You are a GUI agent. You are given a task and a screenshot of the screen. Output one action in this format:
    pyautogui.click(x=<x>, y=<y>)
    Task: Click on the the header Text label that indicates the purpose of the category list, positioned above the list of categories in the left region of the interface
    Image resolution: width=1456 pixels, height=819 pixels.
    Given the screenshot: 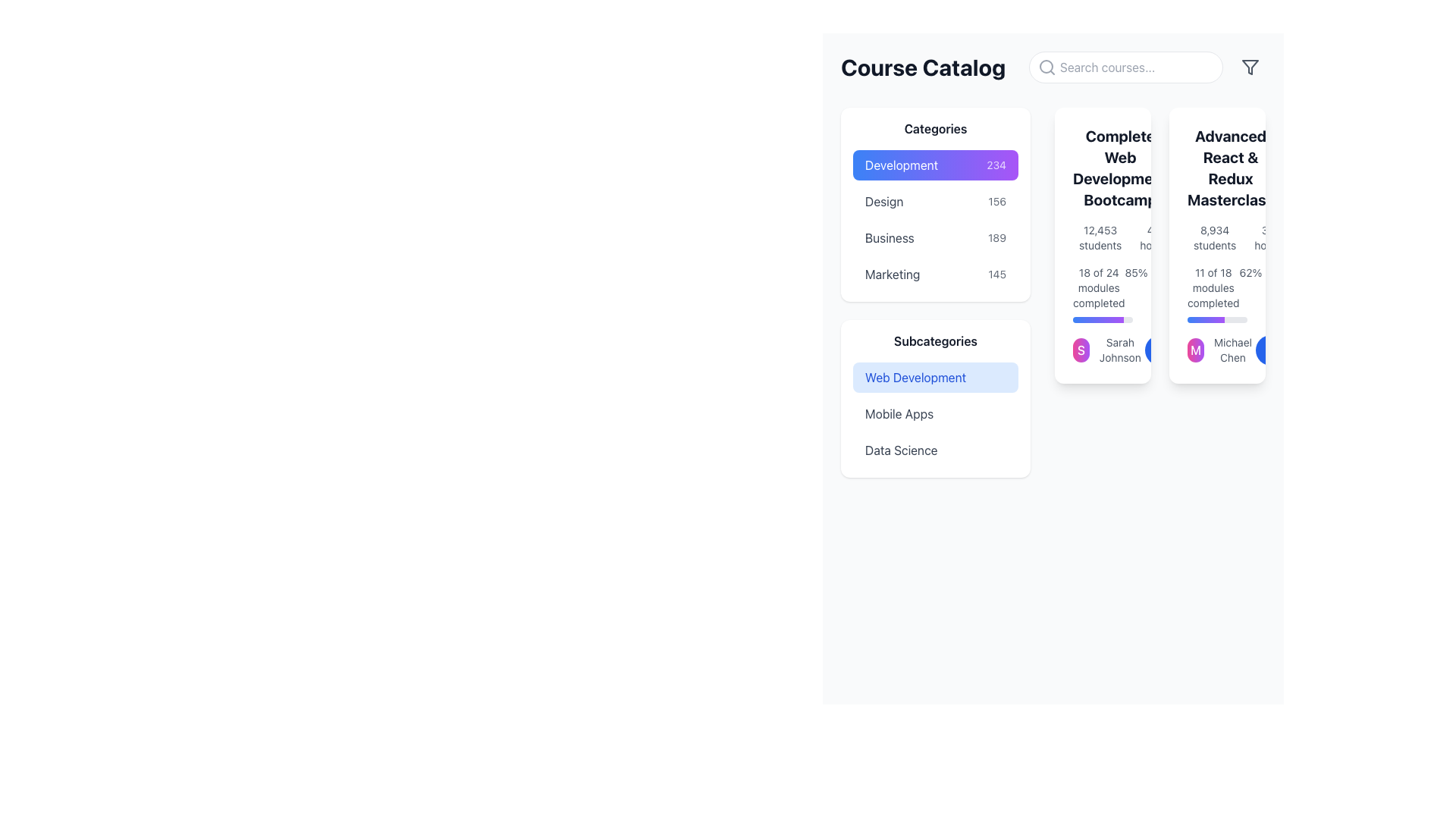 What is the action you would take?
    pyautogui.click(x=934, y=127)
    